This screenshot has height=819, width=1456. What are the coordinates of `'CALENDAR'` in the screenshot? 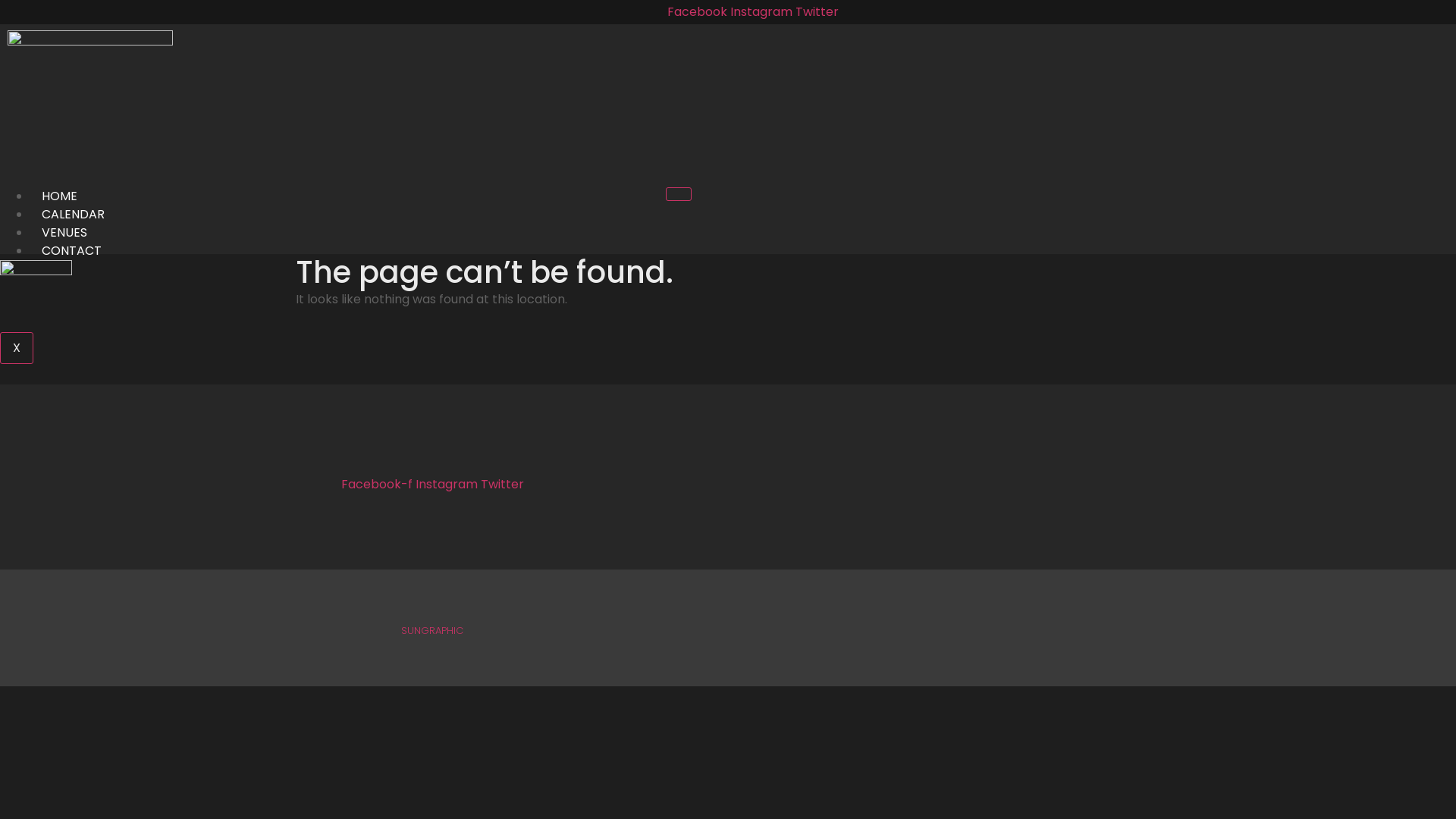 It's located at (30, 214).